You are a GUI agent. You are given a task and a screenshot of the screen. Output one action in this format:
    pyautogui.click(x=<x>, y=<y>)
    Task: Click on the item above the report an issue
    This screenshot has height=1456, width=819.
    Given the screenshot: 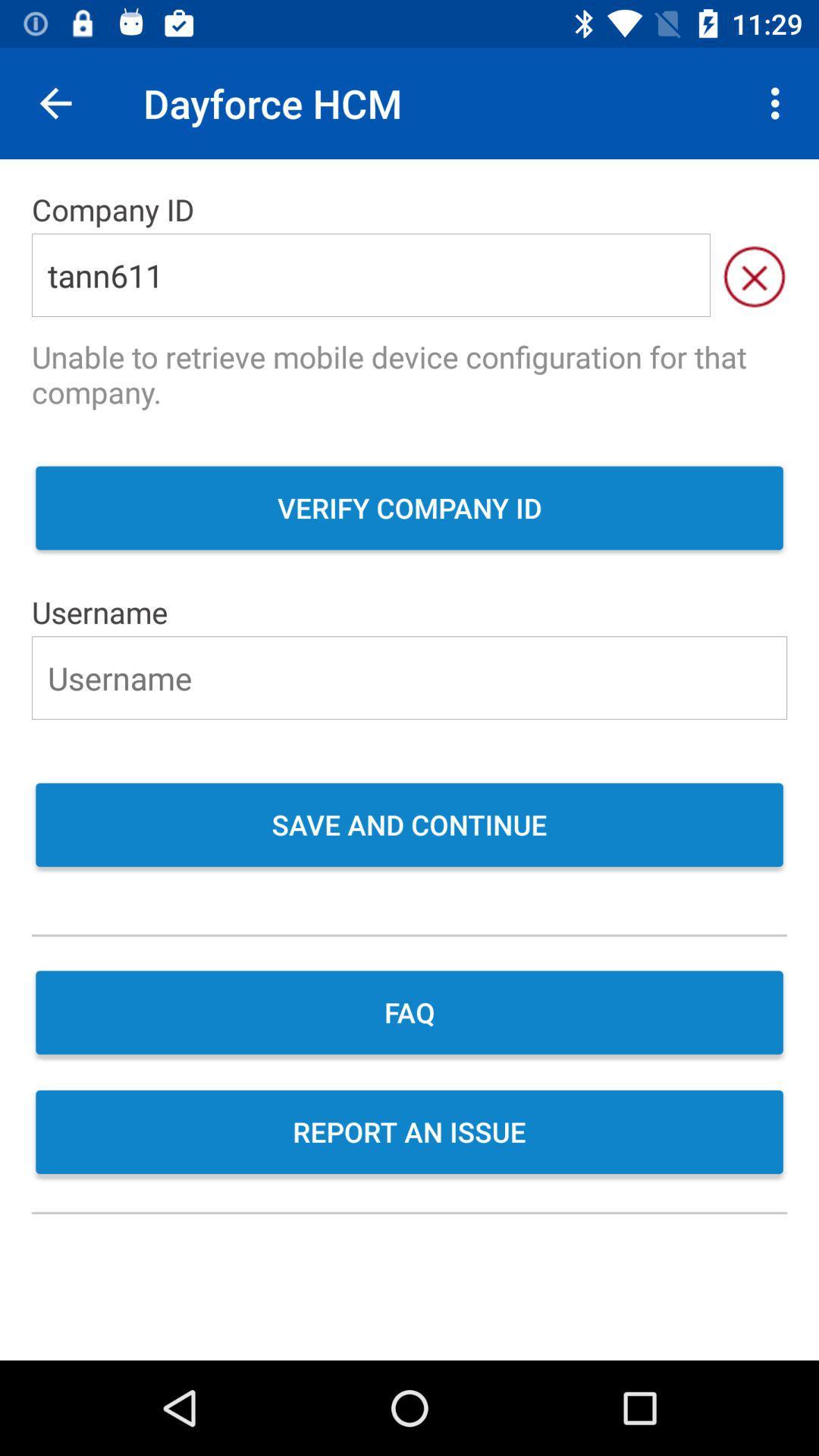 What is the action you would take?
    pyautogui.click(x=409, y=1015)
    